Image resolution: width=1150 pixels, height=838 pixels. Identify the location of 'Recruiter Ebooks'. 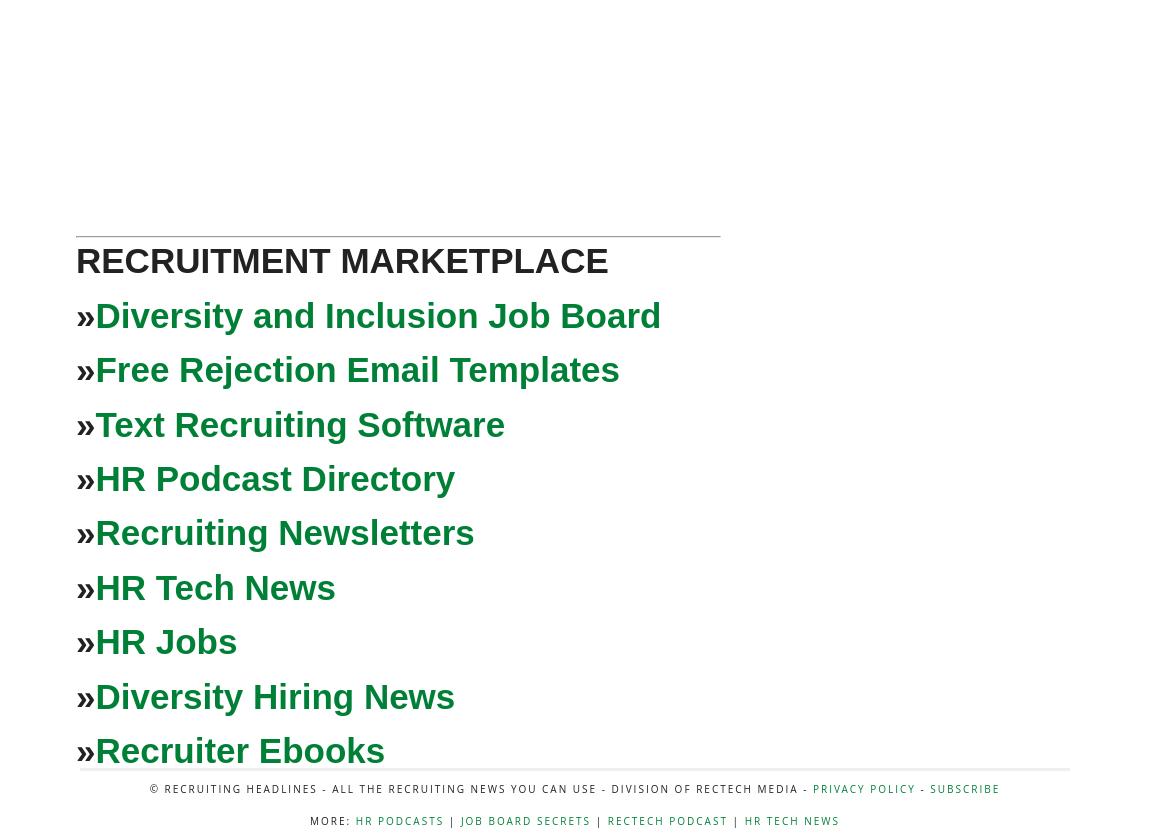
(239, 749).